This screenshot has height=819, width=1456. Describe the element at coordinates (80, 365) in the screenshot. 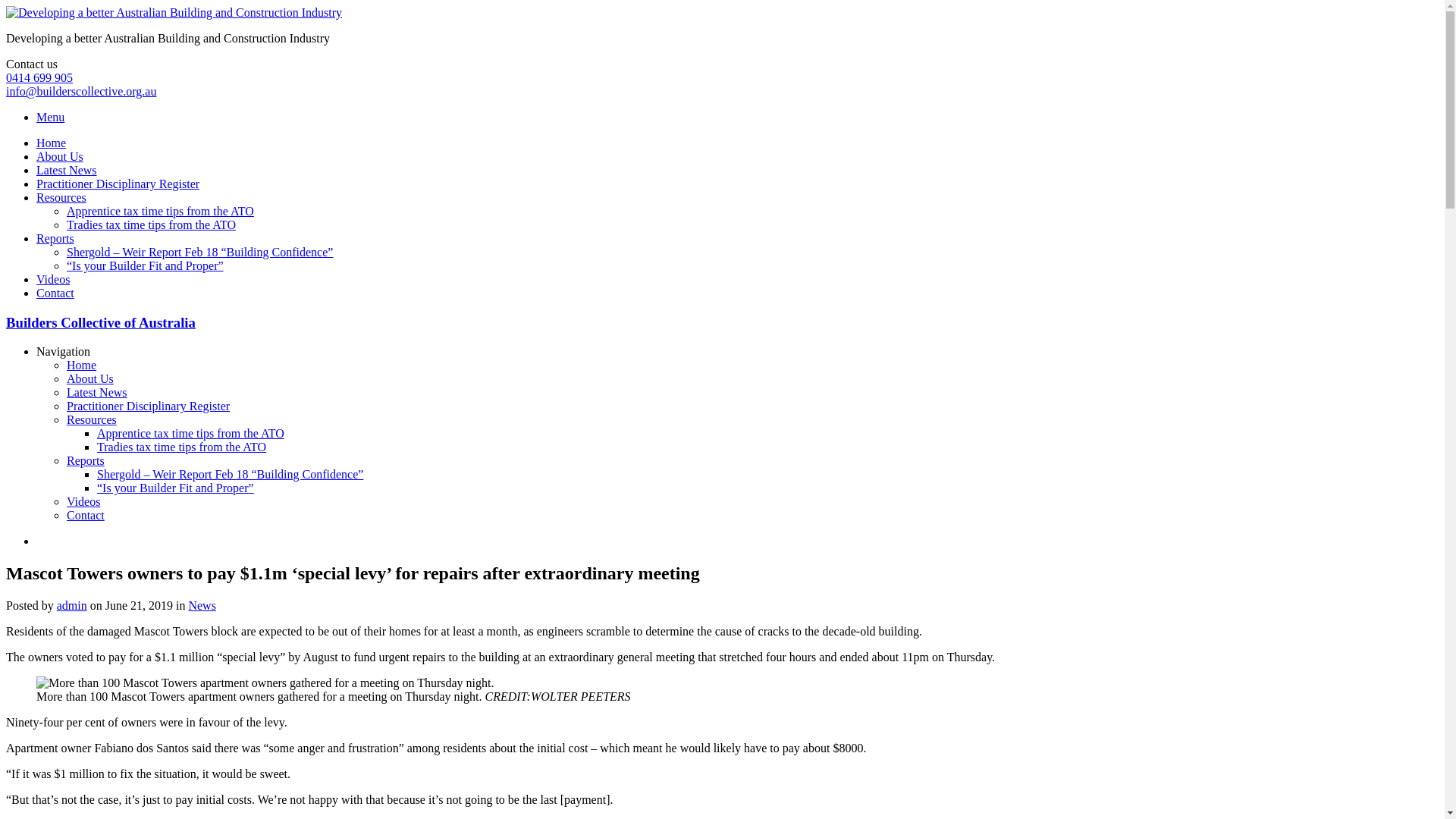

I see `'Home'` at that location.